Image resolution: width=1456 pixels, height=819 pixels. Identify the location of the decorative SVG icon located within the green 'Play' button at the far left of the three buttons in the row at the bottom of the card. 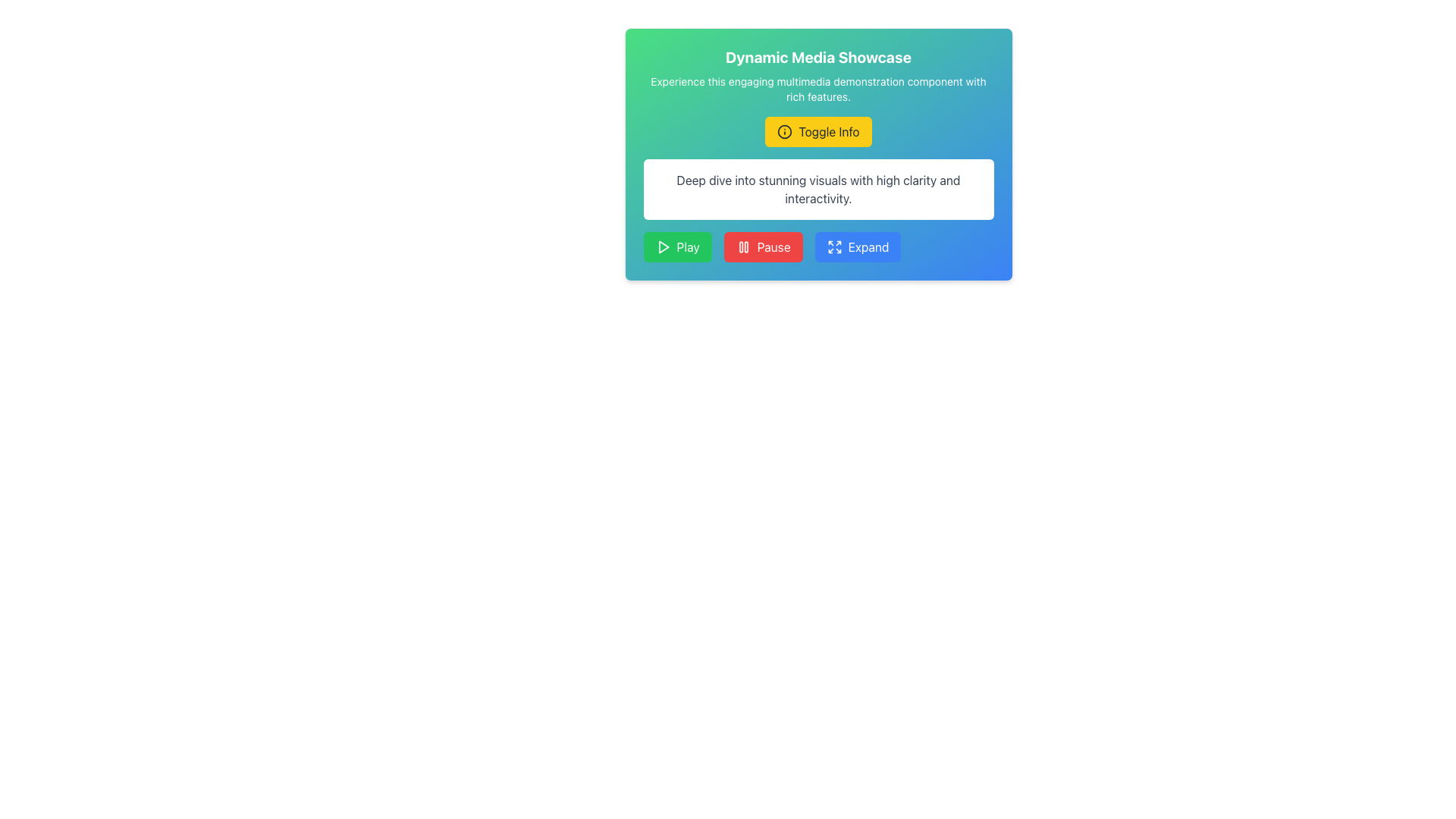
(663, 246).